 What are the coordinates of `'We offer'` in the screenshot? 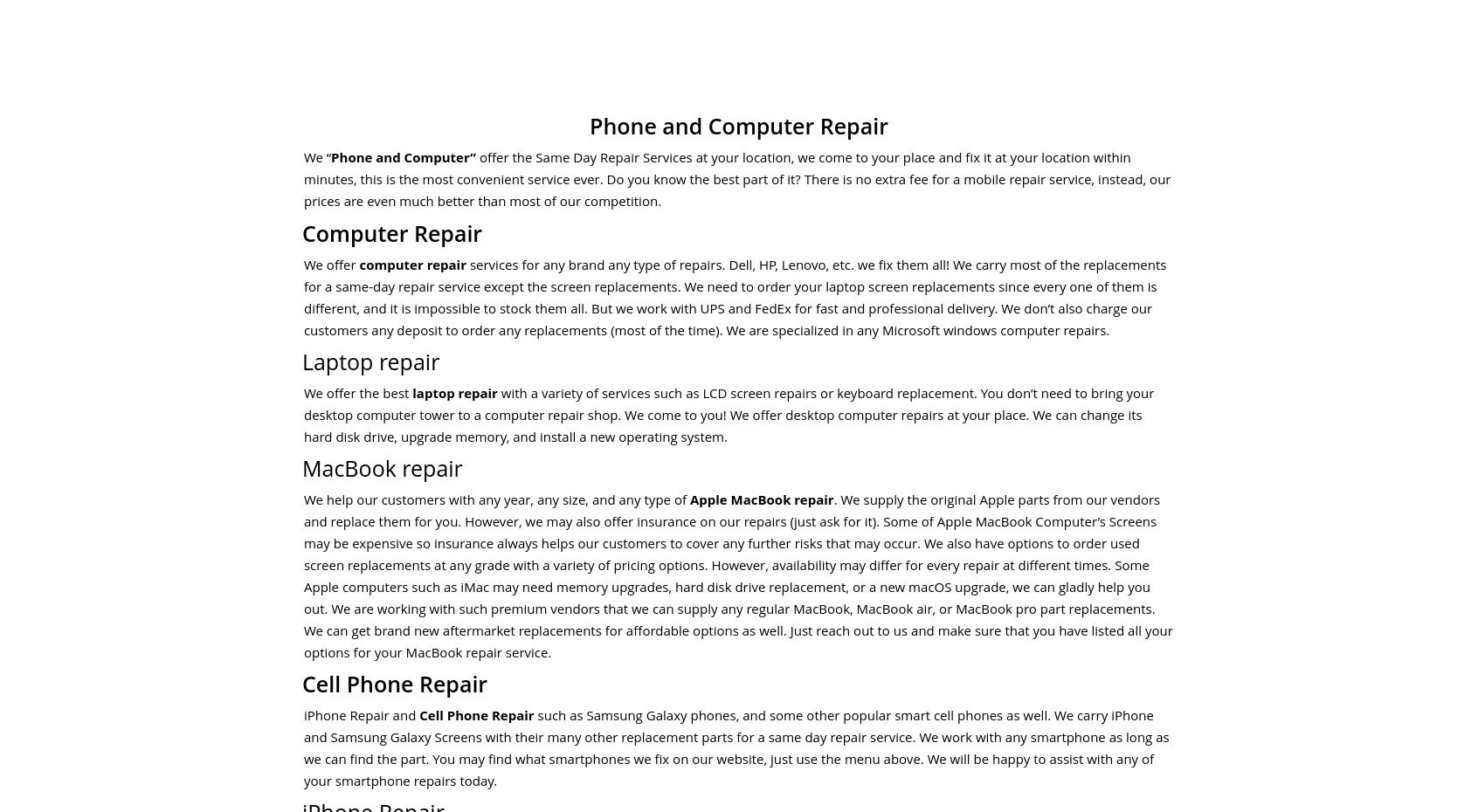 It's located at (331, 263).